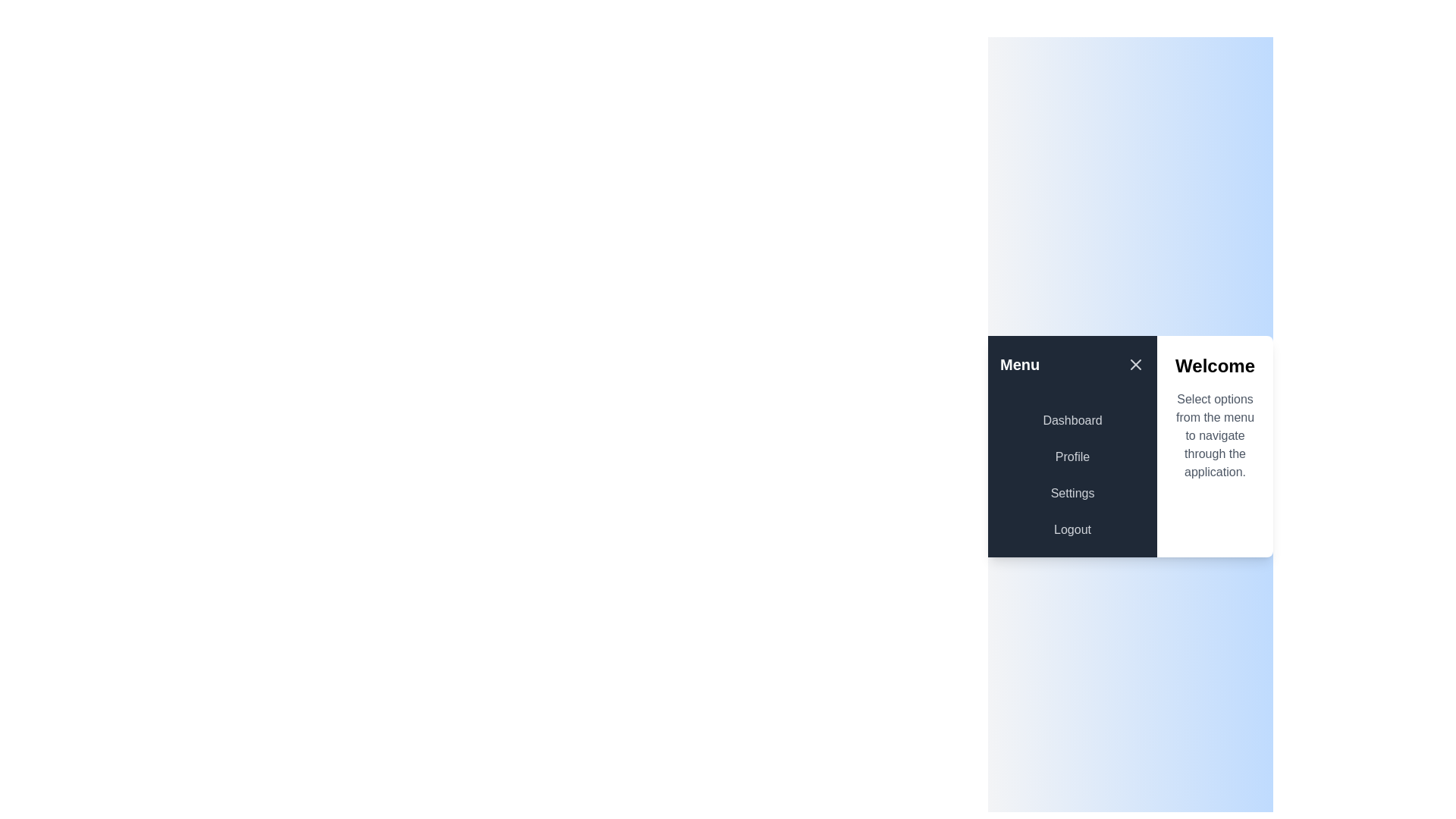  What do you see at coordinates (1072, 494) in the screenshot?
I see `the menu option Settings` at bounding box center [1072, 494].